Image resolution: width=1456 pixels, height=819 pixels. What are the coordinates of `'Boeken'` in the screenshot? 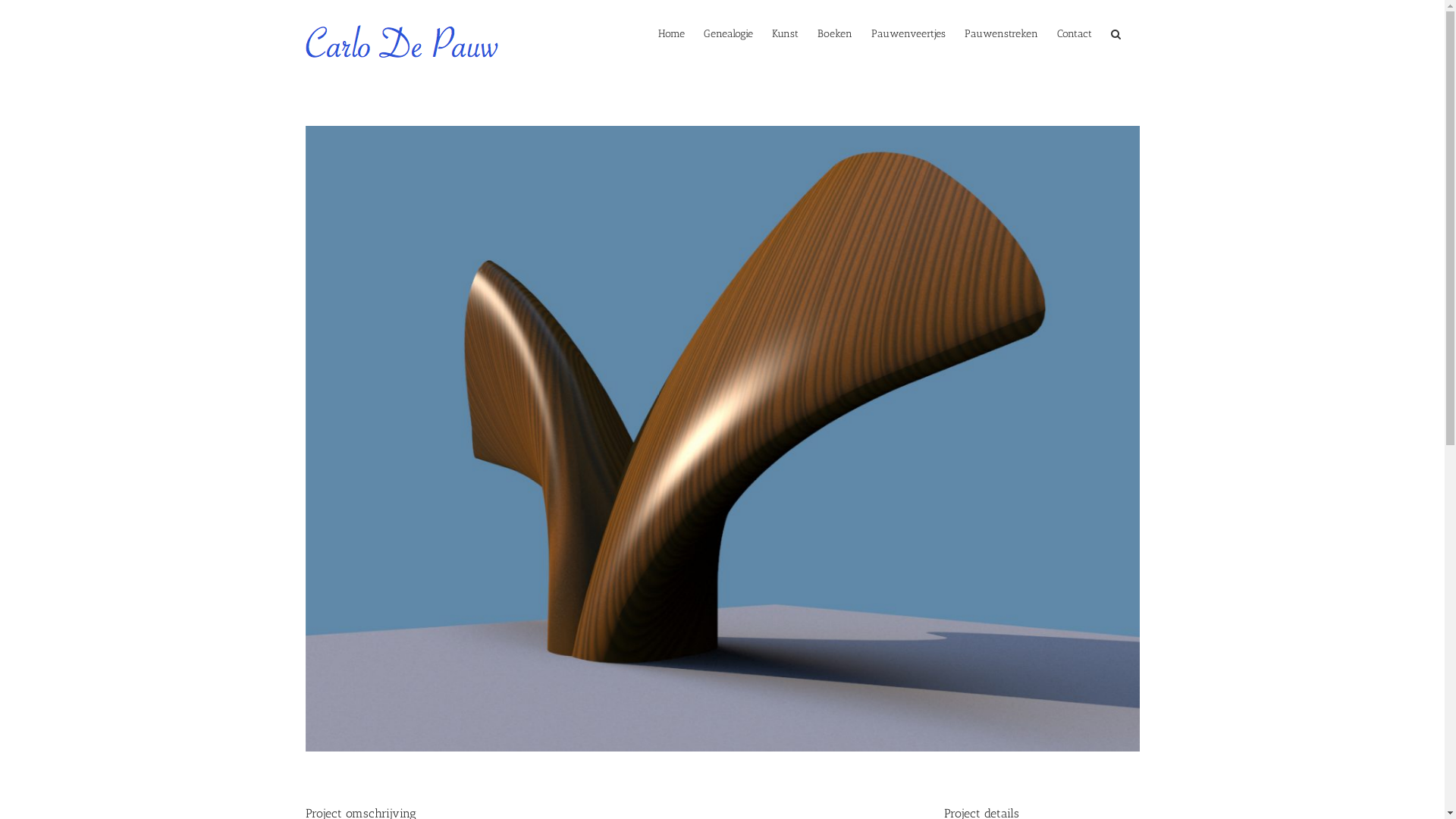 It's located at (833, 32).